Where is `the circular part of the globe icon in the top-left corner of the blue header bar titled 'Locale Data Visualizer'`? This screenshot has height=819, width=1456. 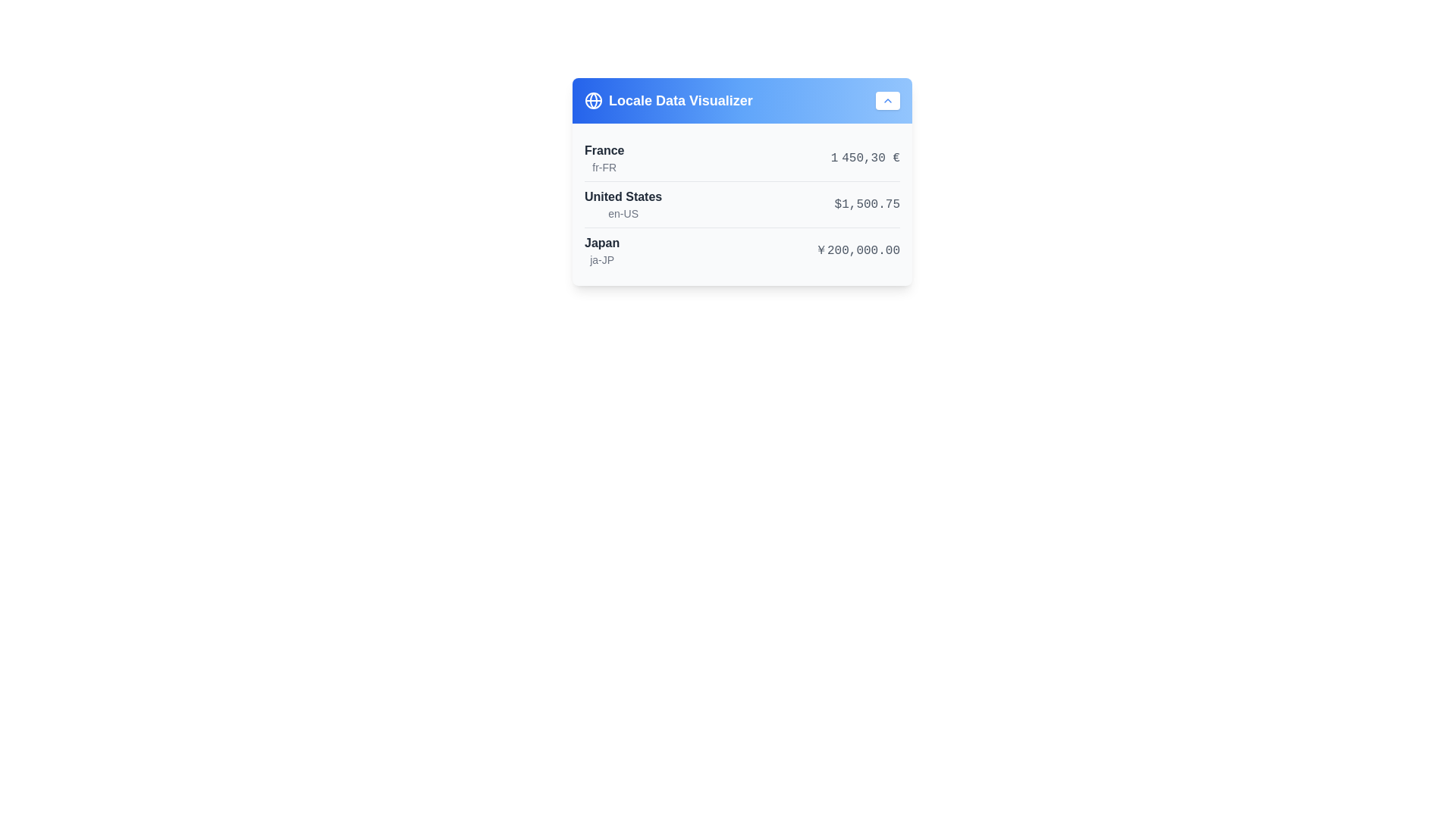 the circular part of the globe icon in the top-left corner of the blue header bar titled 'Locale Data Visualizer' is located at coordinates (592, 100).